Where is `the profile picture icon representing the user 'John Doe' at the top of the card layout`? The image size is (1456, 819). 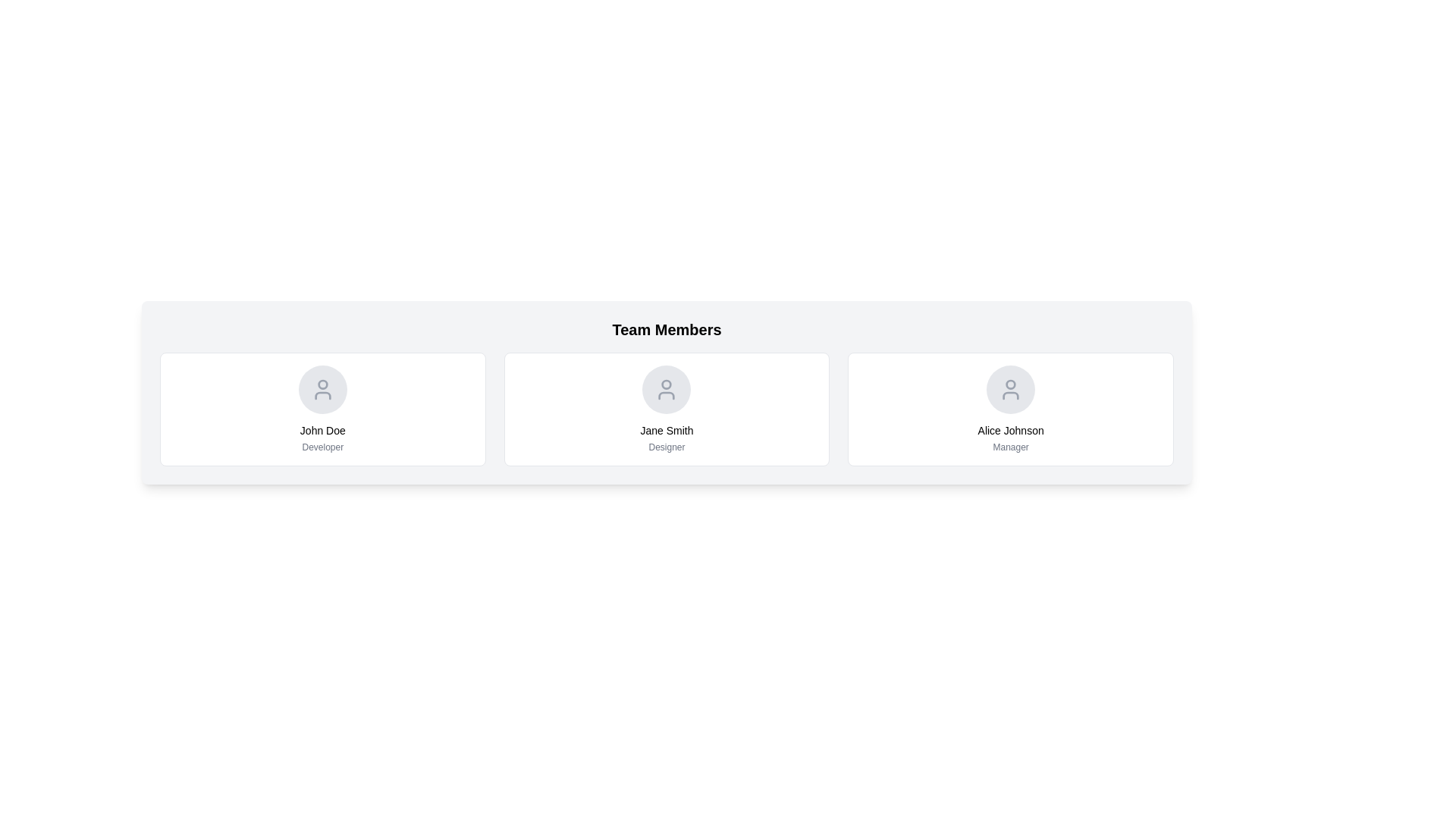
the profile picture icon representing the user 'John Doe' at the top of the card layout is located at coordinates (322, 388).